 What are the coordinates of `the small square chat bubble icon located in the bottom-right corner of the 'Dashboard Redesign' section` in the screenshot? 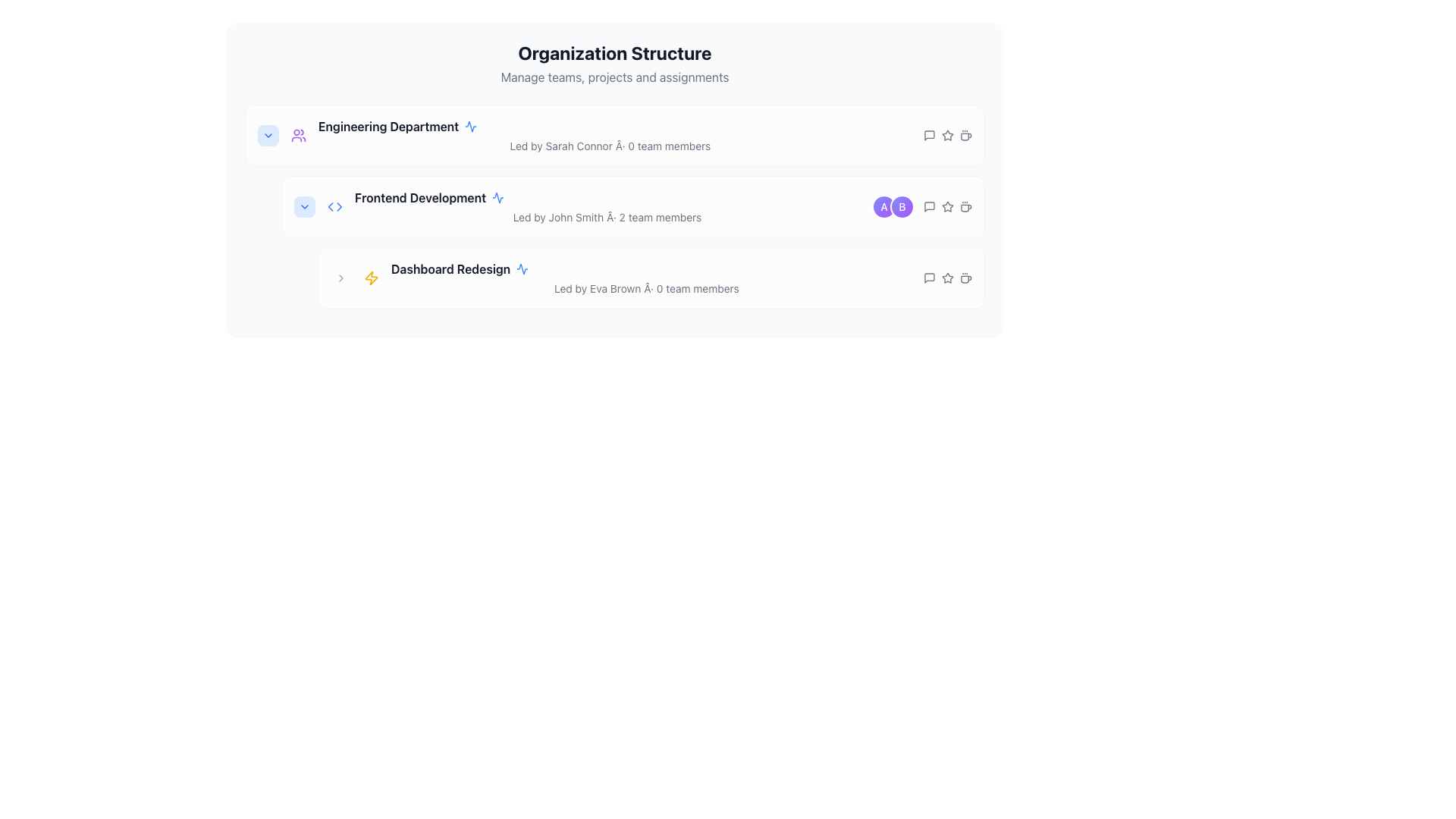 It's located at (928, 278).